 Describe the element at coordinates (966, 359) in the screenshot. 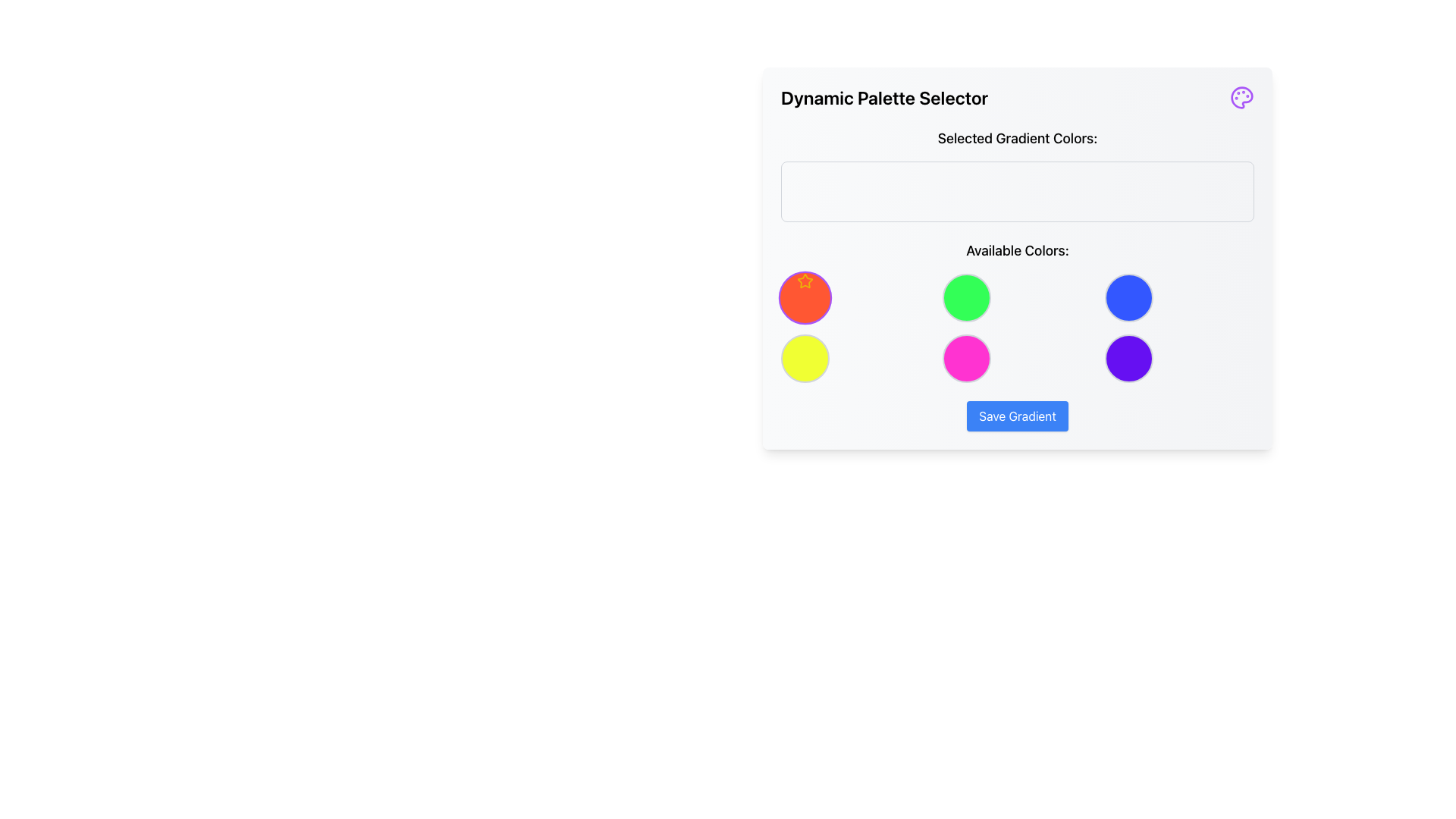

I see `the selectable color option button in the 'Available Colors' section of the 'Dynamic Palette Selector'` at that location.